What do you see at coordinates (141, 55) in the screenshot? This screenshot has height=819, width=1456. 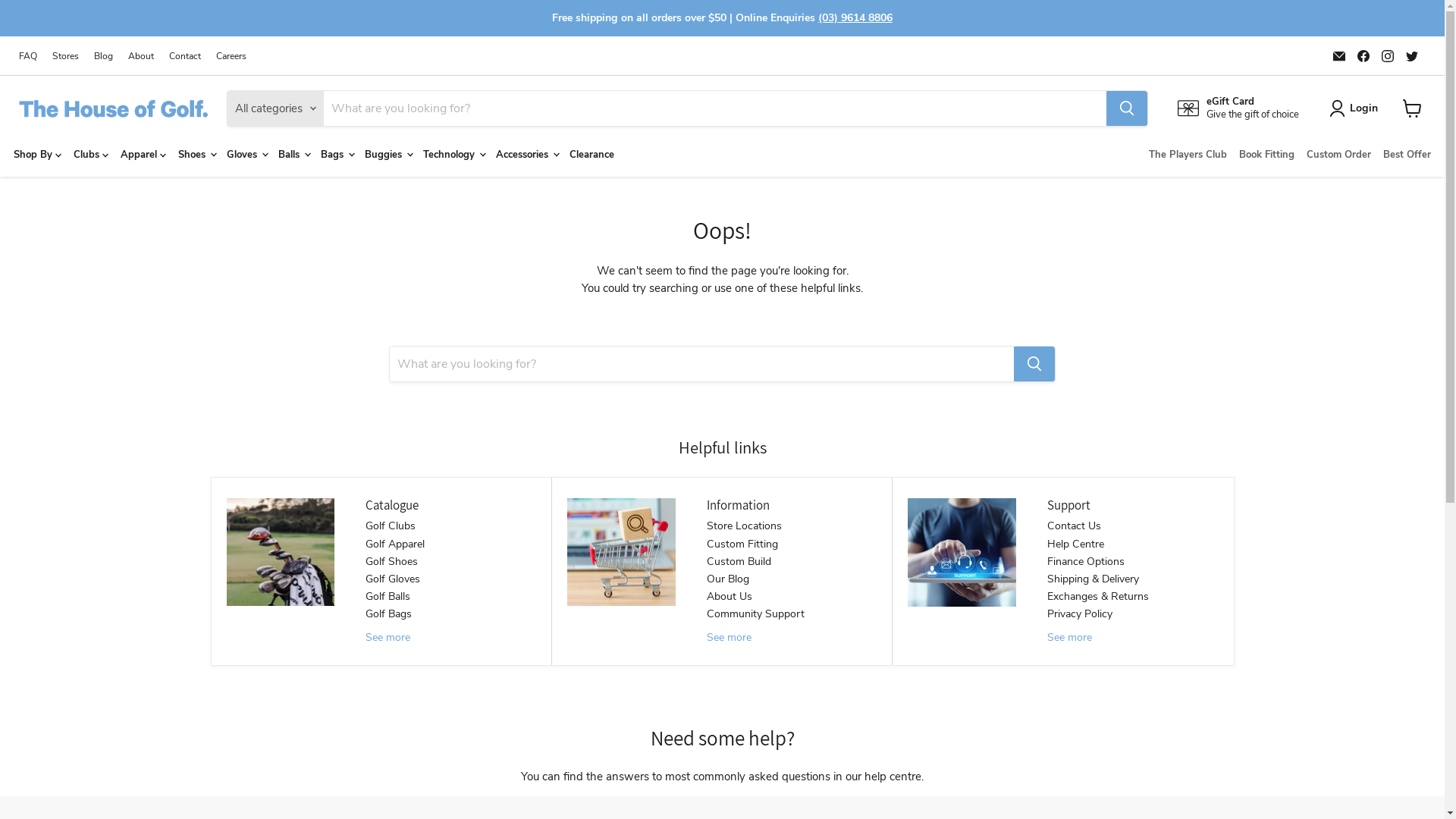 I see `'About'` at bounding box center [141, 55].